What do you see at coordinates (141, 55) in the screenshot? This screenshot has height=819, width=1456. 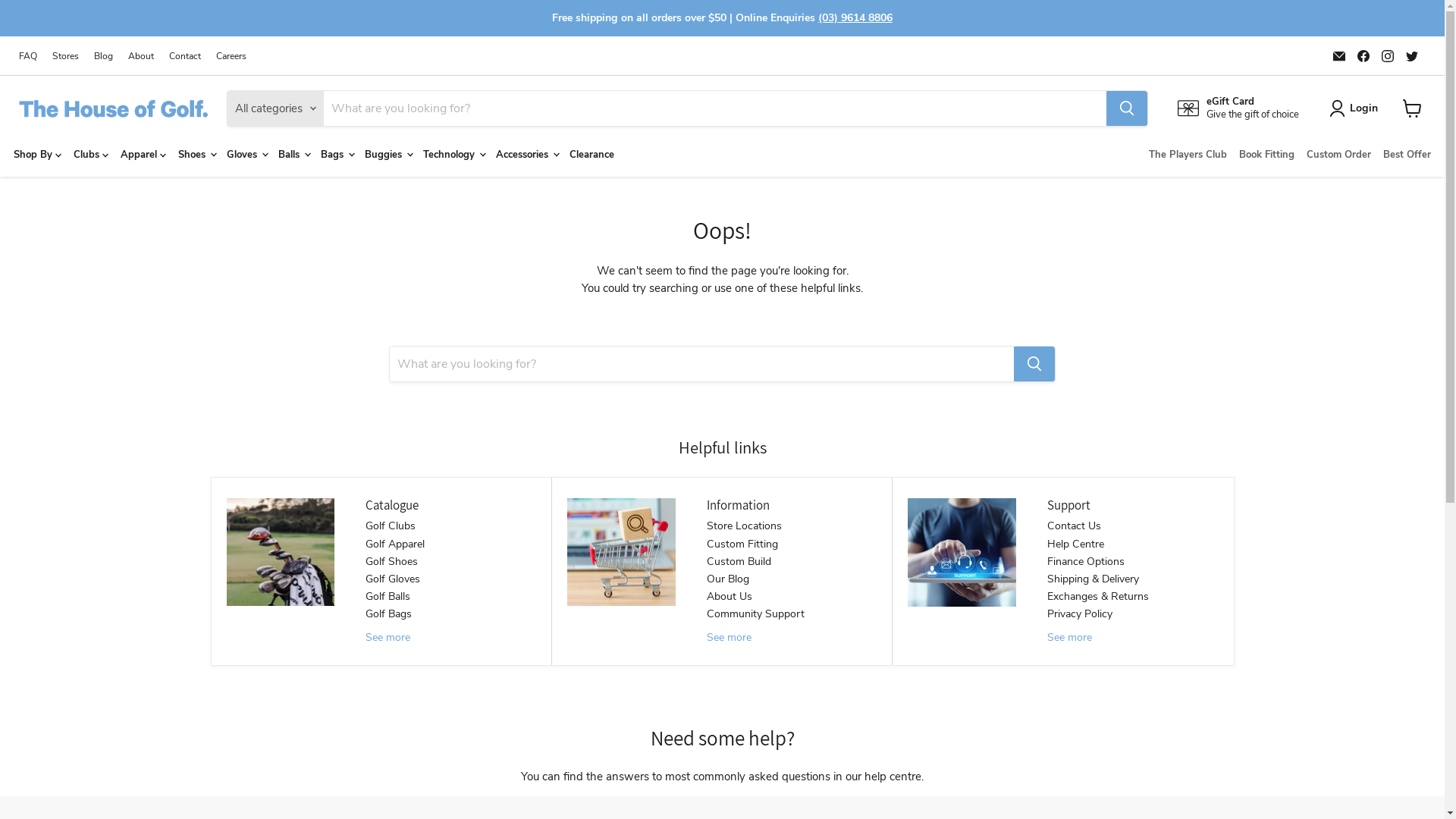 I see `'About'` at bounding box center [141, 55].